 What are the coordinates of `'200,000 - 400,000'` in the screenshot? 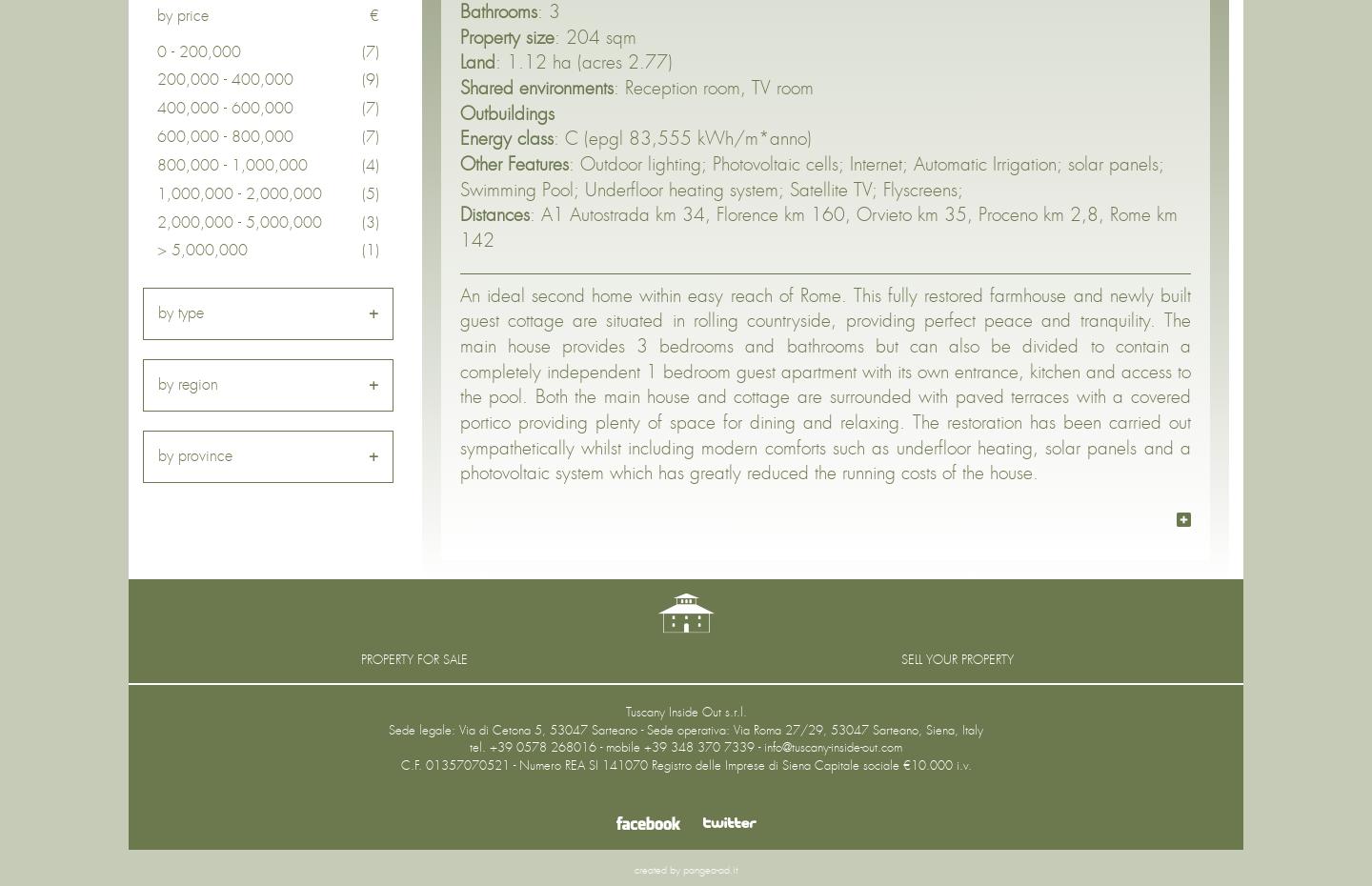 It's located at (225, 79).